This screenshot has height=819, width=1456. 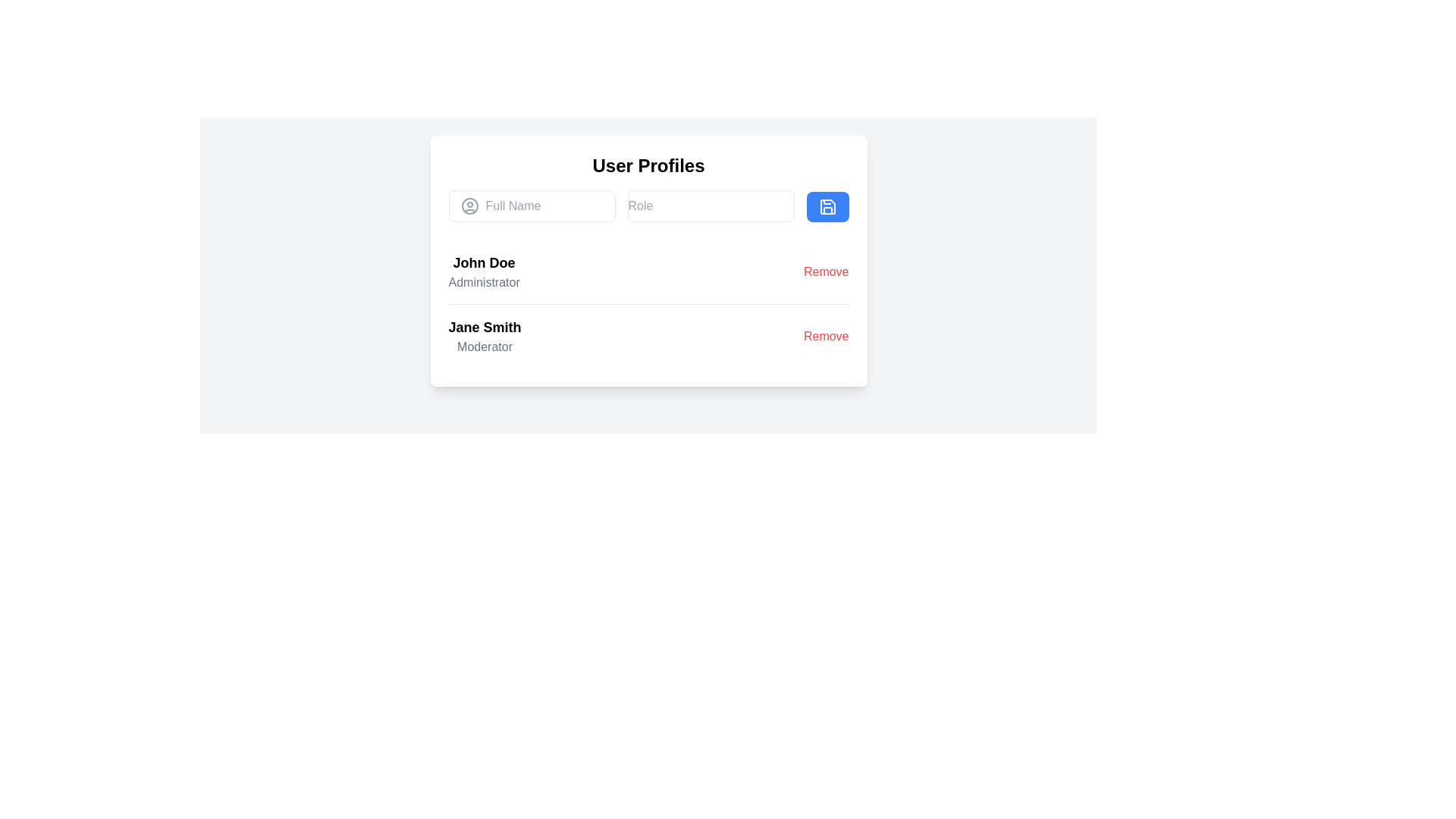 I want to click on the text label displaying 'John Doe' styled in bold with the subtitle 'Administrator', located in the first entry under the 'User Profiles' section, so click(x=483, y=271).